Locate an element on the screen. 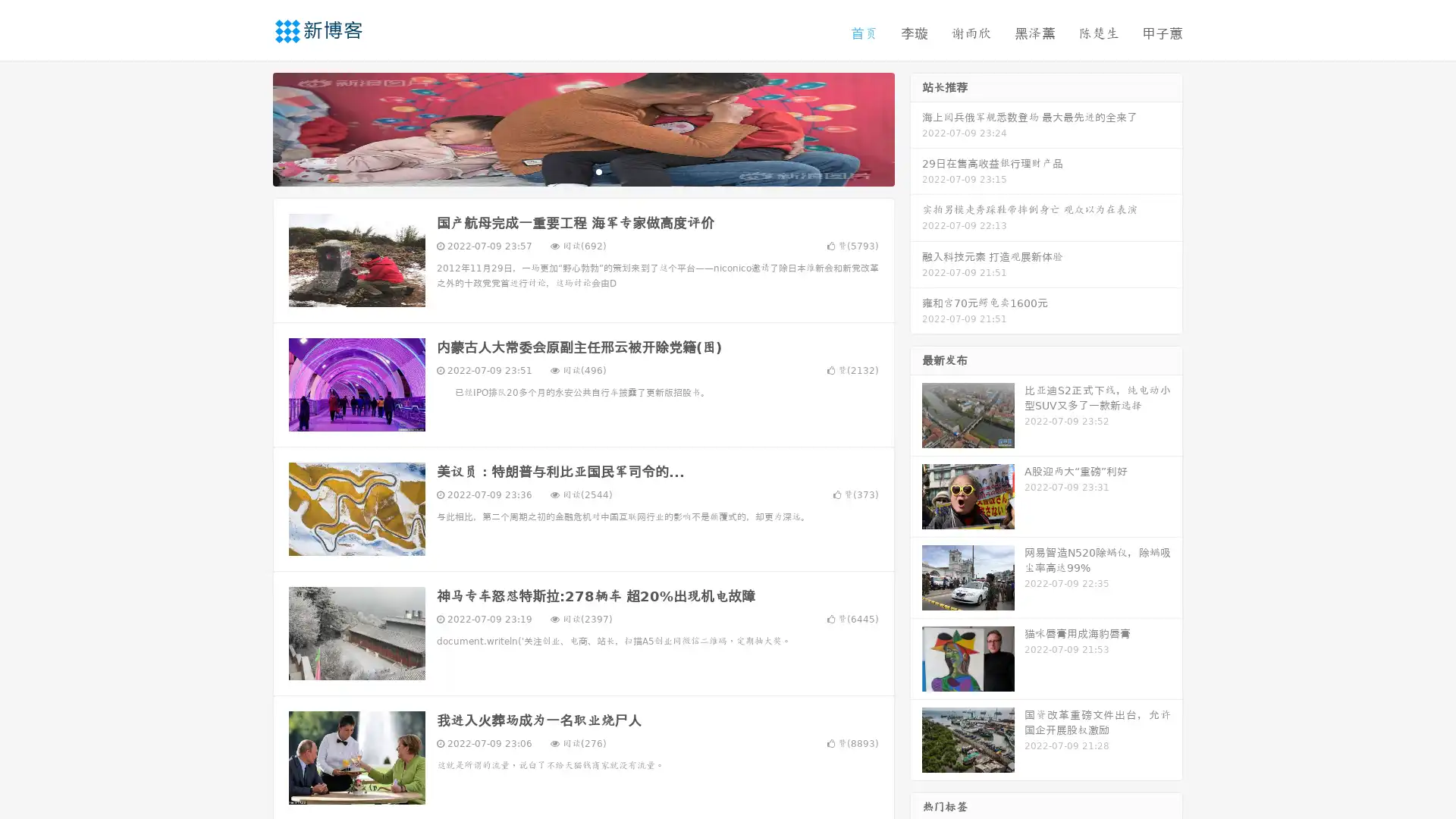 Image resolution: width=1456 pixels, height=819 pixels. Go to slide 1 is located at coordinates (567, 171).